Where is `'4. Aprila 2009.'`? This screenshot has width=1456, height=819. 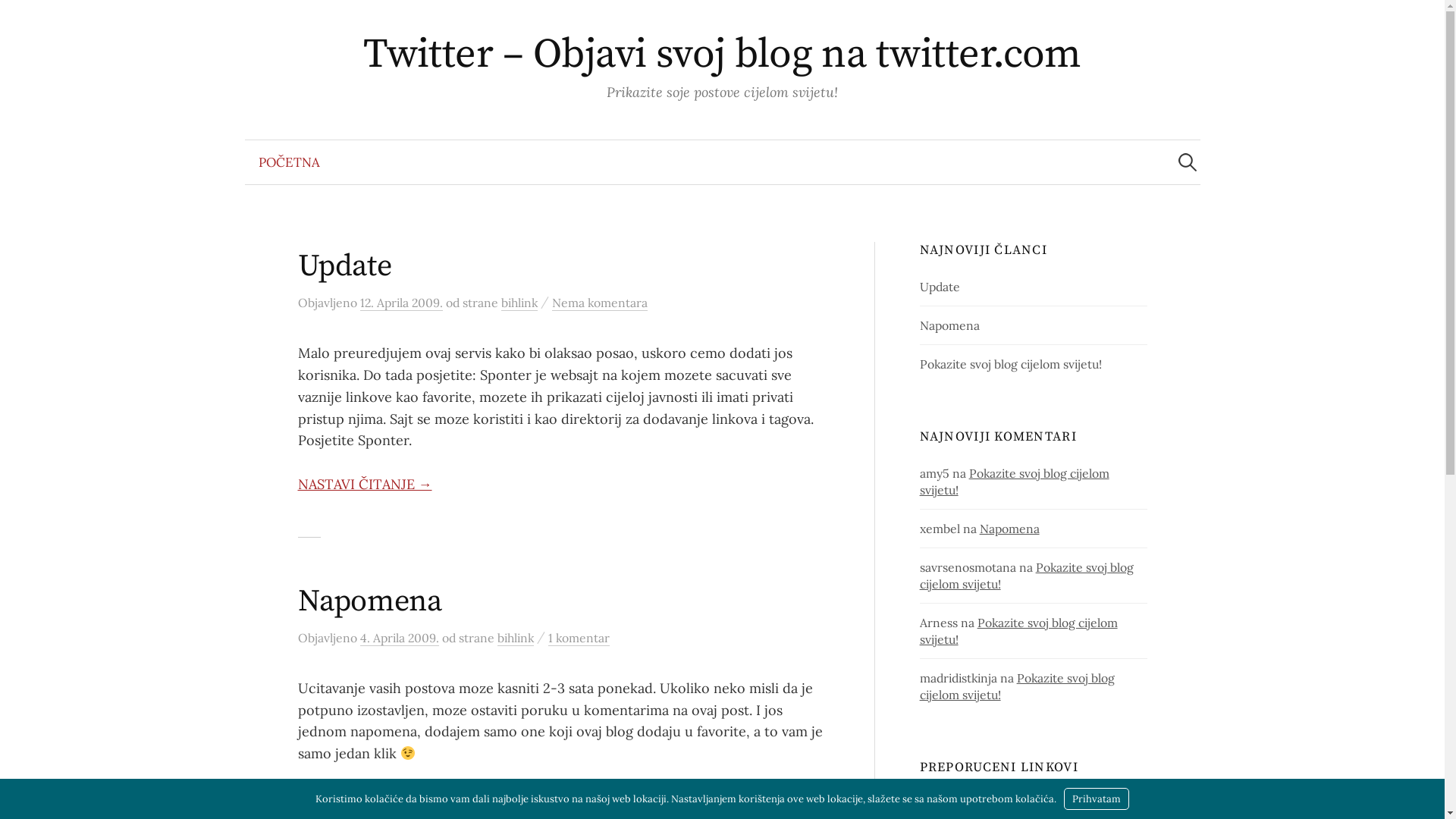 '4. Aprila 2009.' is located at coordinates (399, 638).